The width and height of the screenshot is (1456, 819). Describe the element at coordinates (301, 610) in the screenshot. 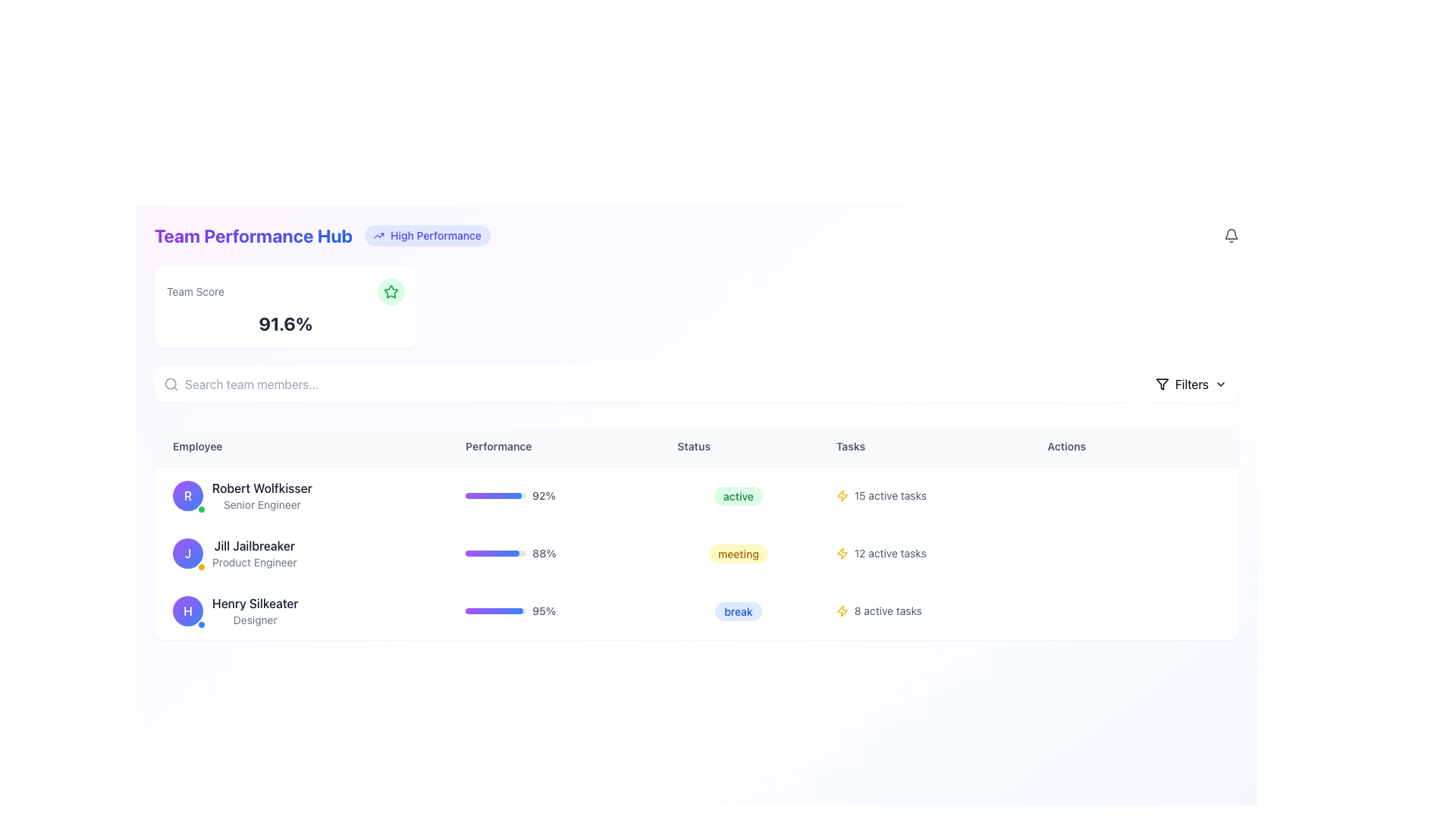

I see `the name 'Henry Silkeater' in the Composite profile display` at that location.